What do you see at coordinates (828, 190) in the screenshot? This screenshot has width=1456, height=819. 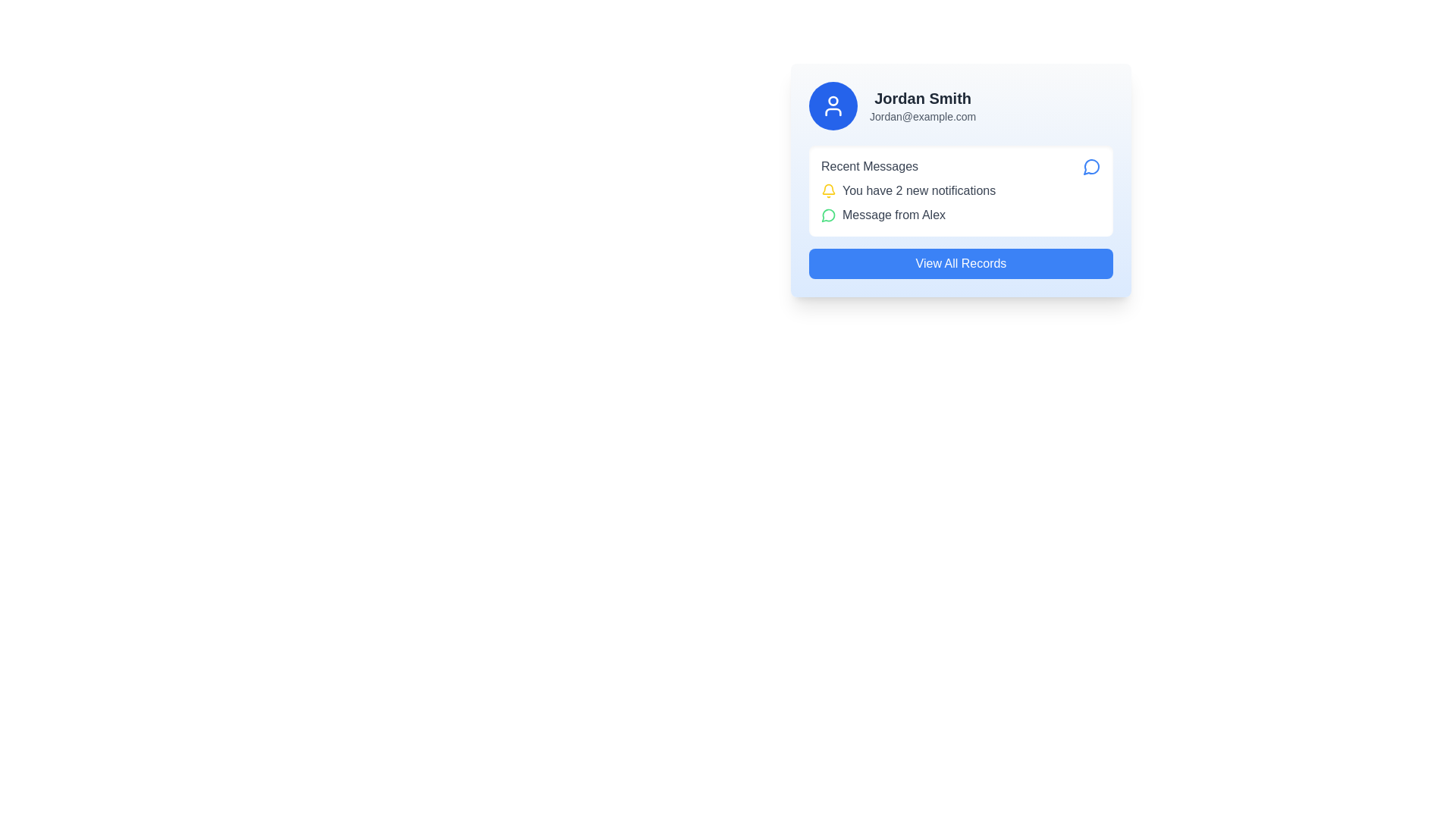 I see `the yellow bell icon representing notifications` at bounding box center [828, 190].